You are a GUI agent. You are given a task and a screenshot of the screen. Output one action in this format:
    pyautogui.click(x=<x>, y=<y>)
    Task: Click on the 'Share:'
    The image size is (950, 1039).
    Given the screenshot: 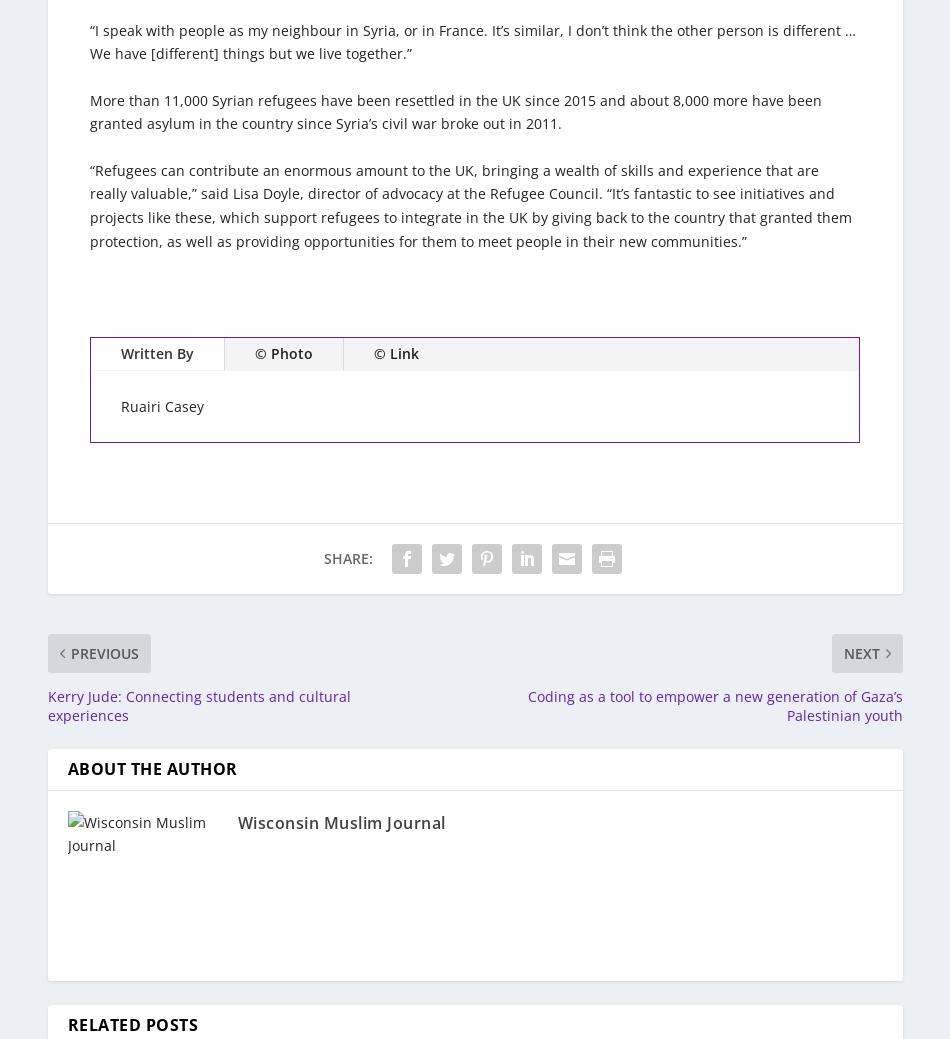 What is the action you would take?
    pyautogui.click(x=346, y=558)
    